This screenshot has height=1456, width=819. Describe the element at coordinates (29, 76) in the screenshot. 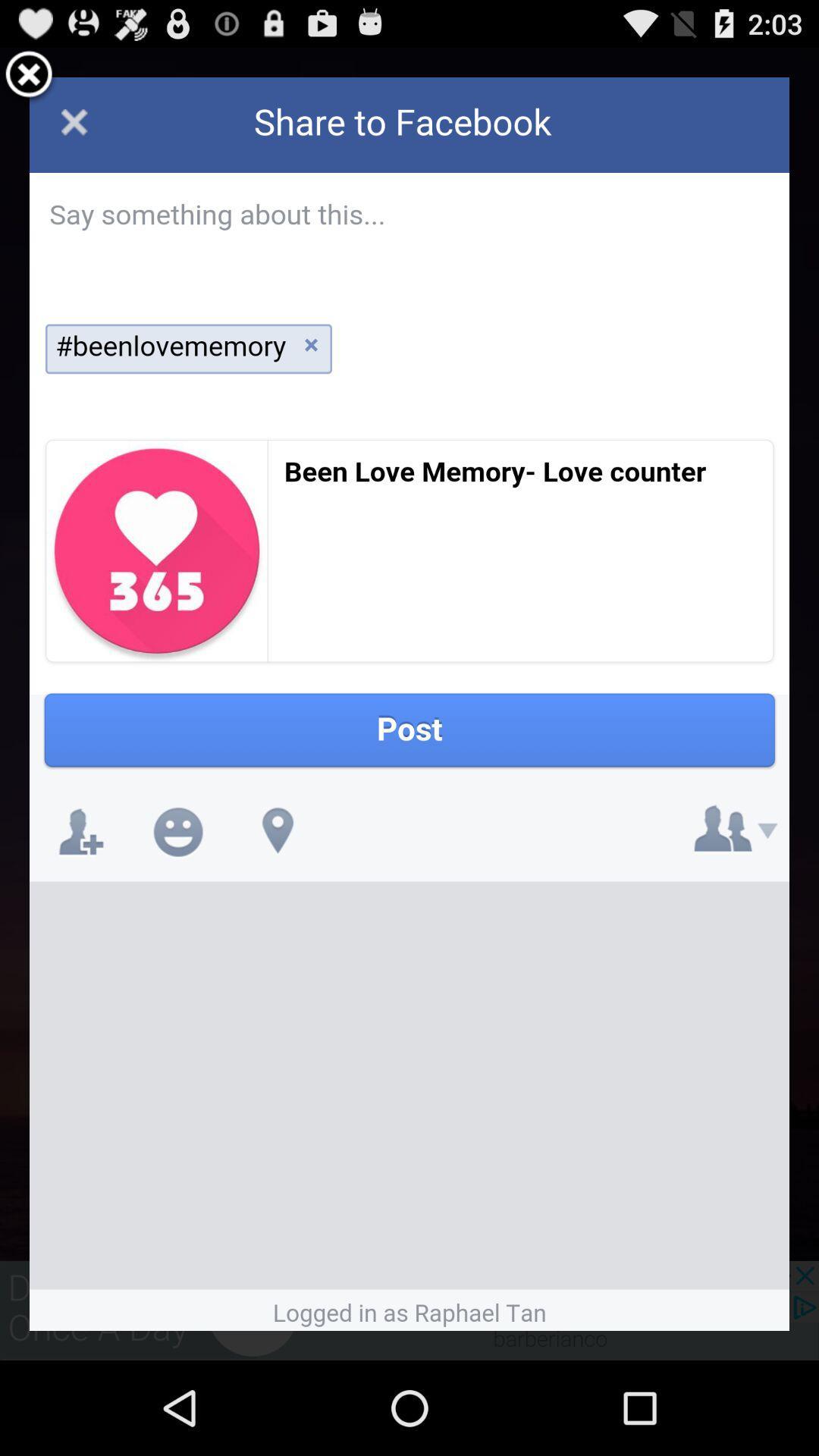

I see `exit share window` at that location.